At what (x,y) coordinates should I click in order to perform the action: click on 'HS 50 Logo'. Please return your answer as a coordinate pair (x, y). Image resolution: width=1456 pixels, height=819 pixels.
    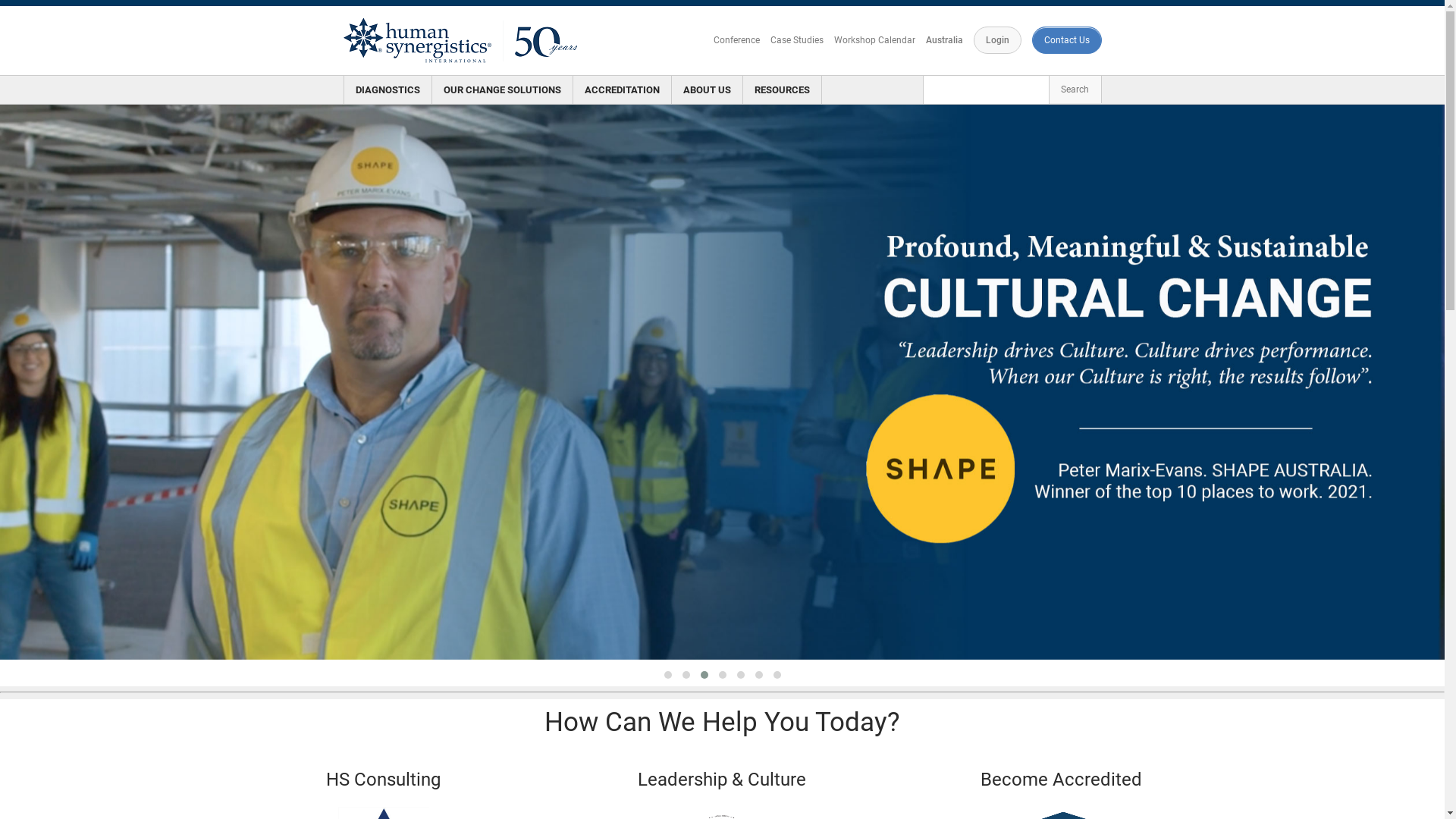
    Looking at the image, I should click on (341, 39).